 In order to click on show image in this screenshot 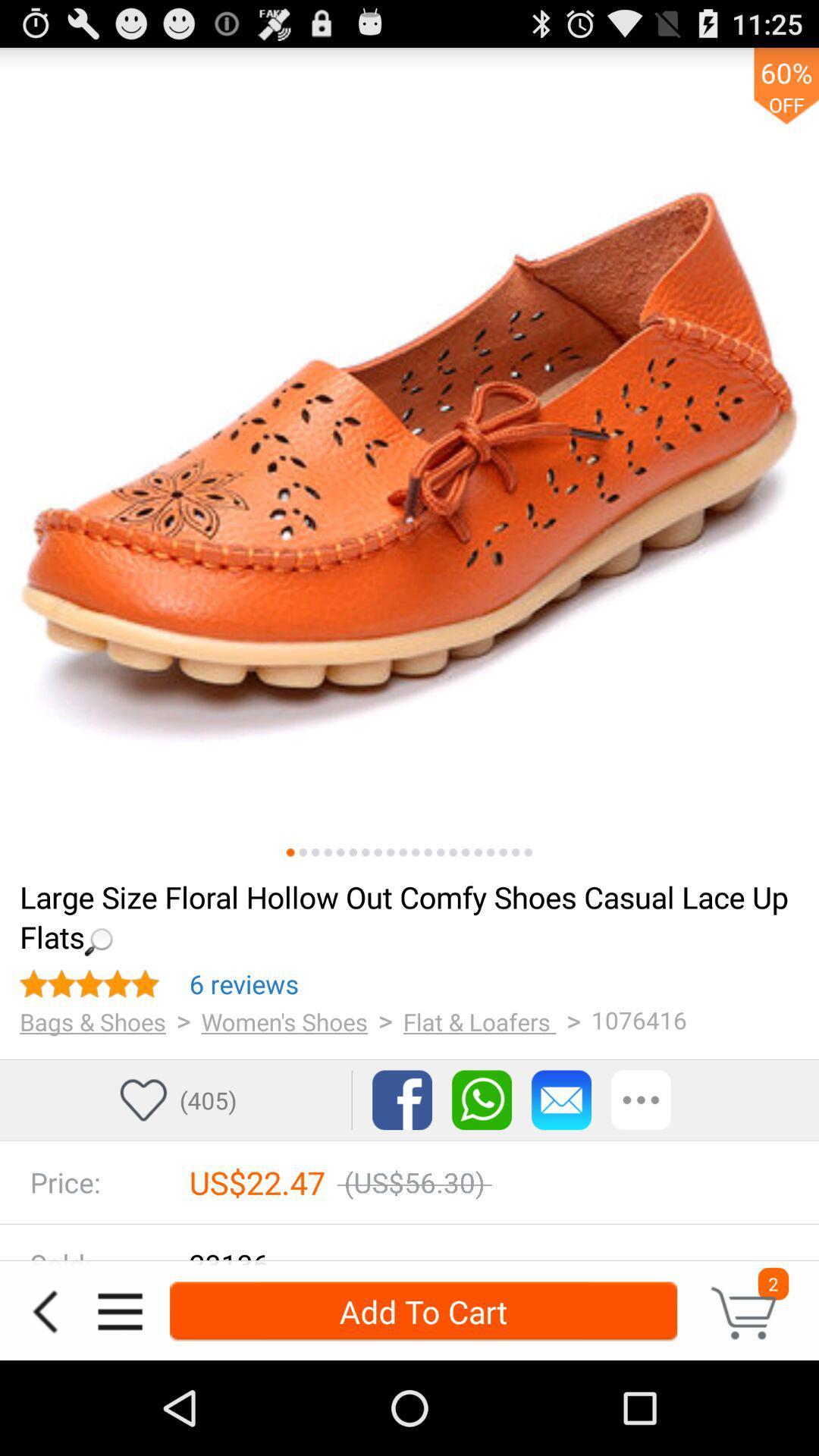, I will do `click(478, 852)`.